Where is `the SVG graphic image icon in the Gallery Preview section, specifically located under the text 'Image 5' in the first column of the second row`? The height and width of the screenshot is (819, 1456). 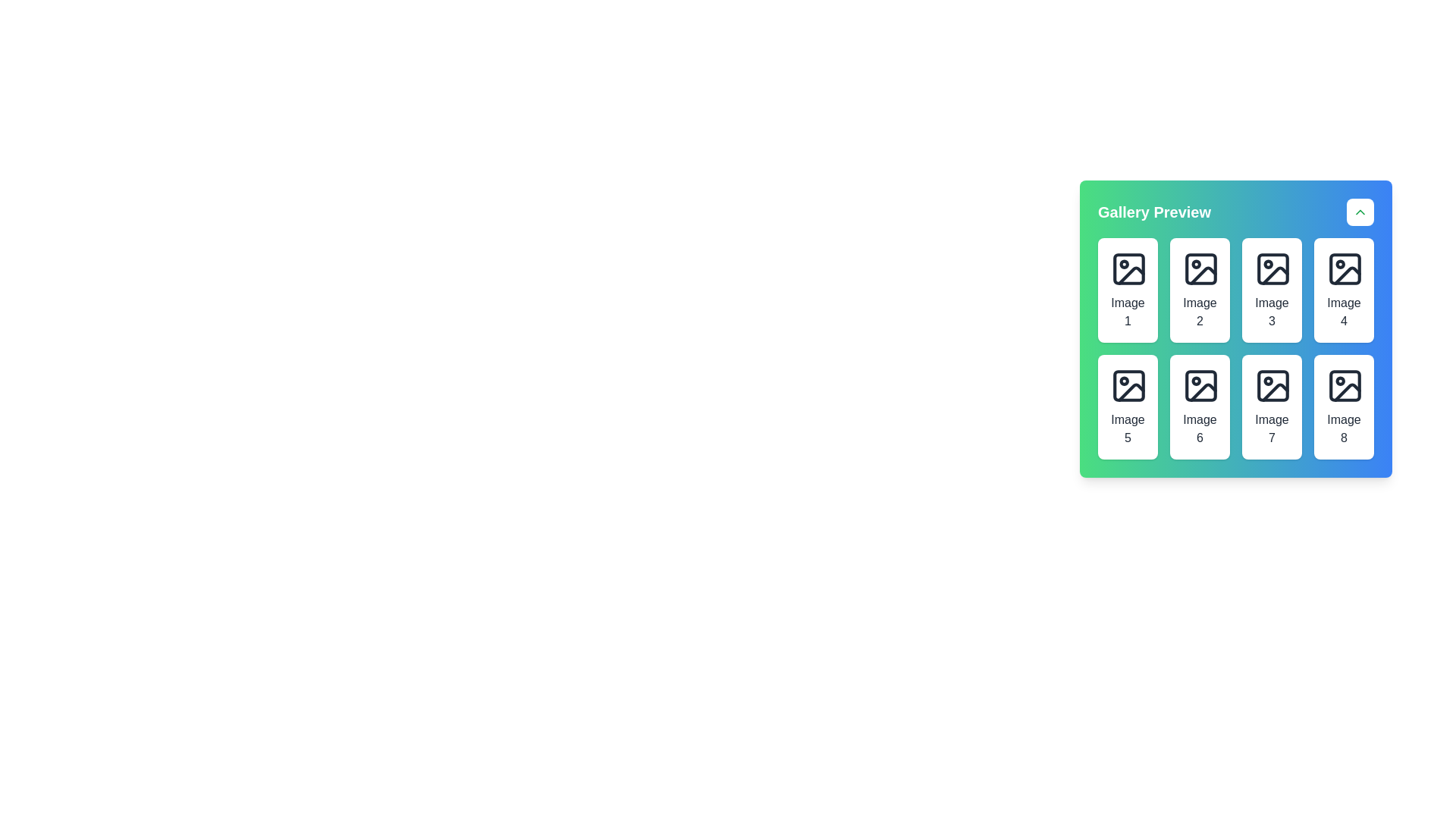 the SVG graphic image icon in the Gallery Preview section, specifically located under the text 'Image 5' in the first column of the second row is located at coordinates (1128, 385).